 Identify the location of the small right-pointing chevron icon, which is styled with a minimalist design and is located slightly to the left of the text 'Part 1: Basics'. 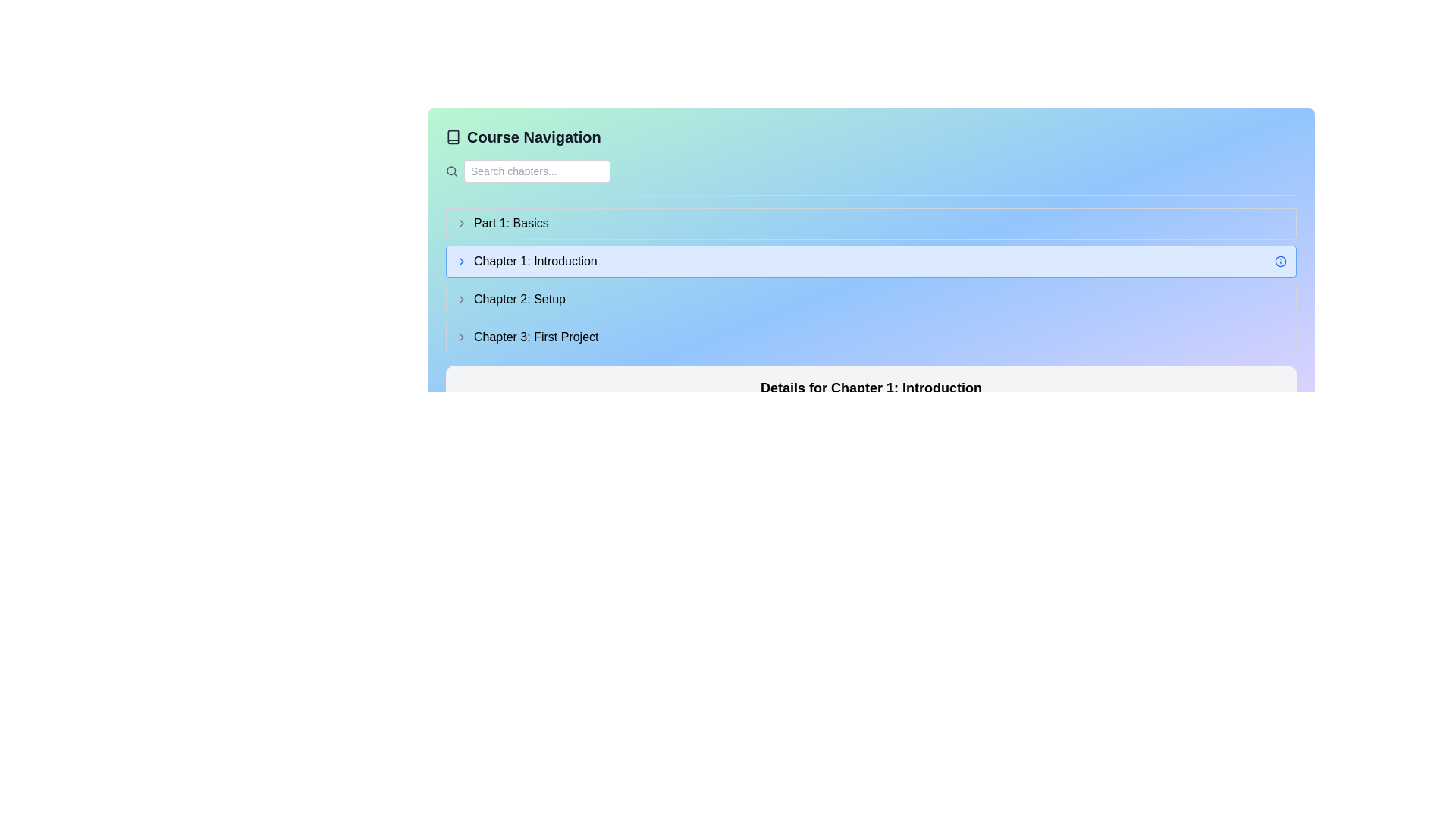
(461, 223).